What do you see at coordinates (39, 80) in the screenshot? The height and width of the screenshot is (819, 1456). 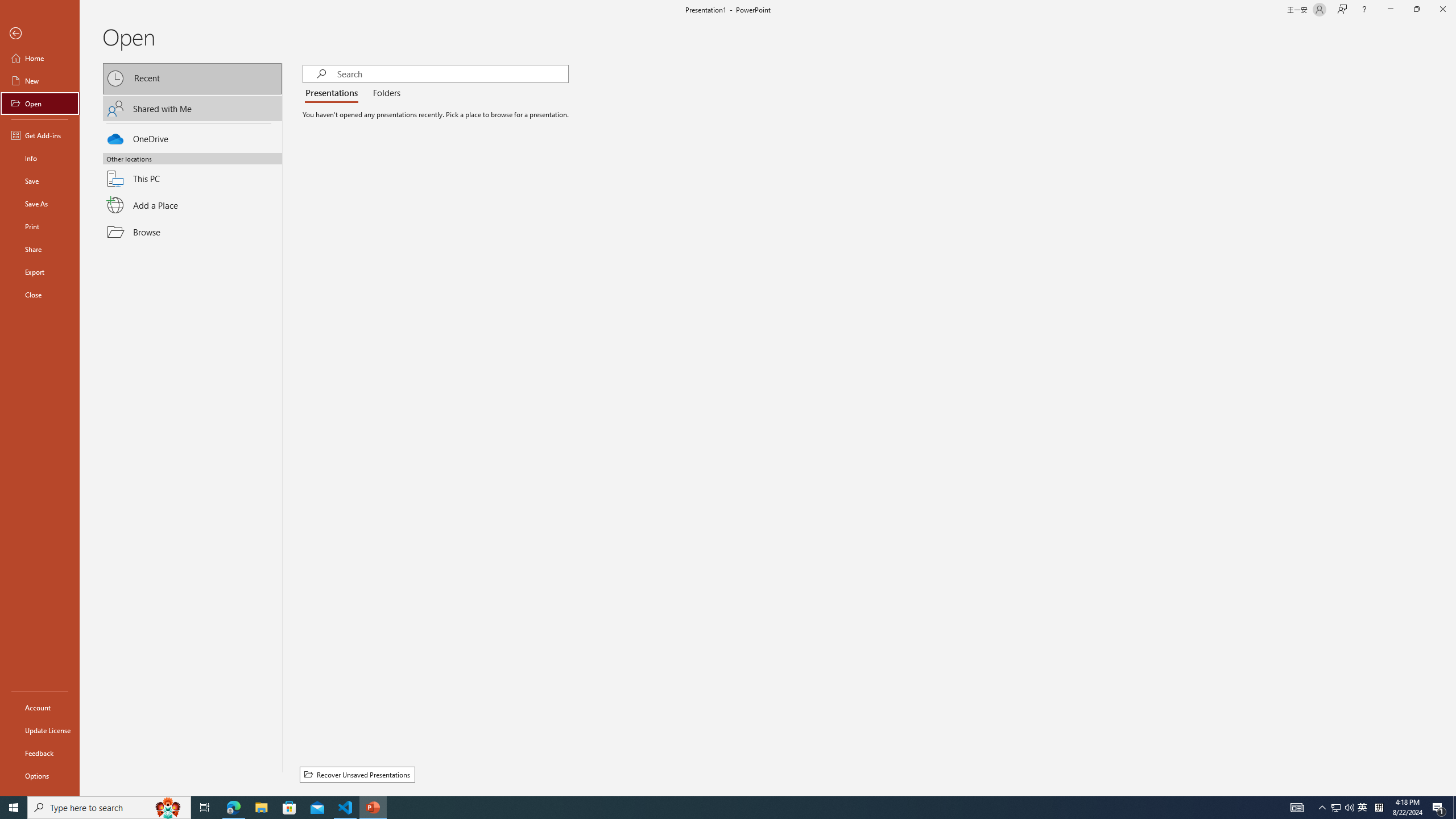 I see `'New'` at bounding box center [39, 80].